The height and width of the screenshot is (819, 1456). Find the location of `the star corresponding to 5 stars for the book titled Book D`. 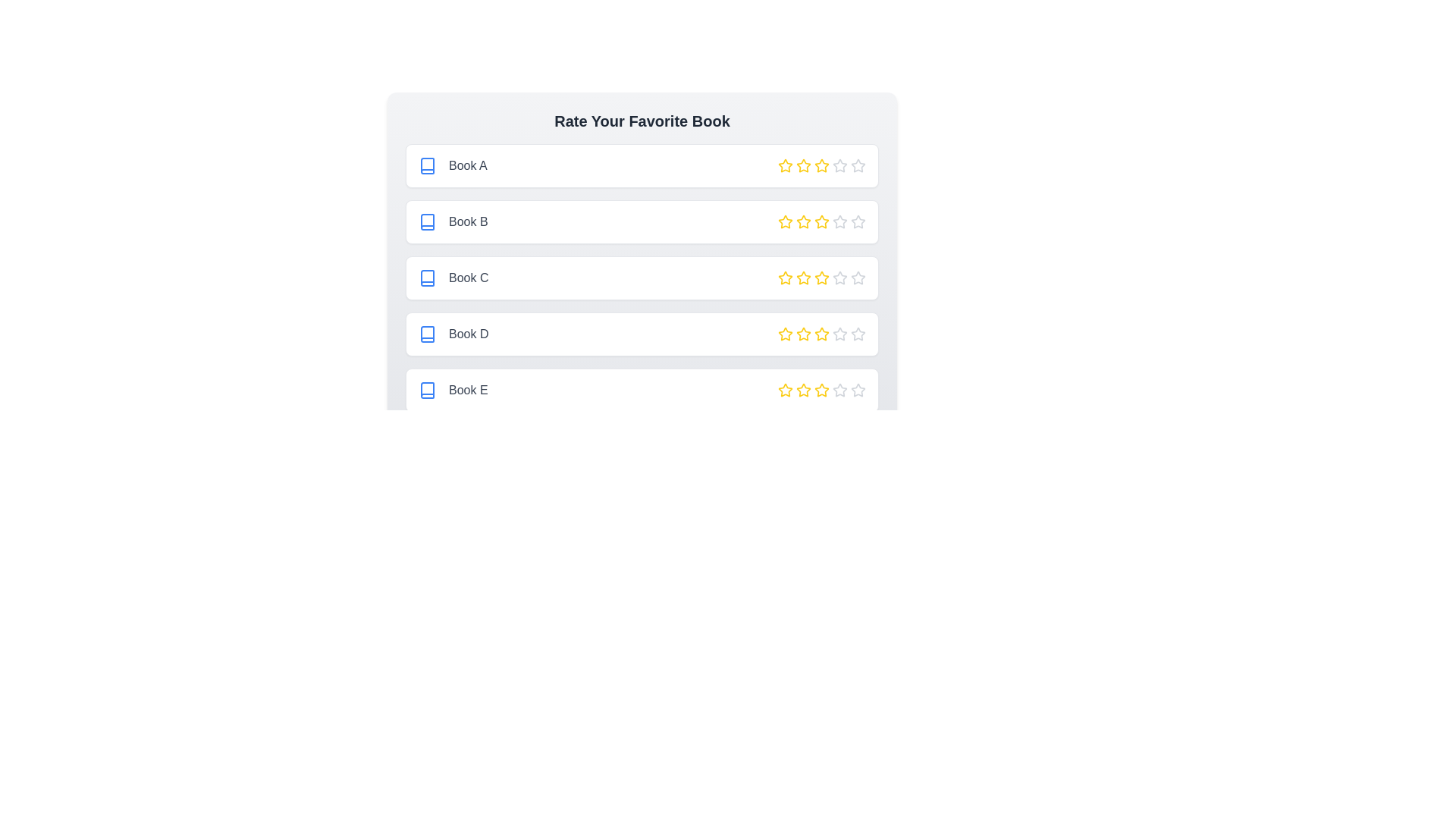

the star corresponding to 5 stars for the book titled Book D is located at coordinates (858, 333).